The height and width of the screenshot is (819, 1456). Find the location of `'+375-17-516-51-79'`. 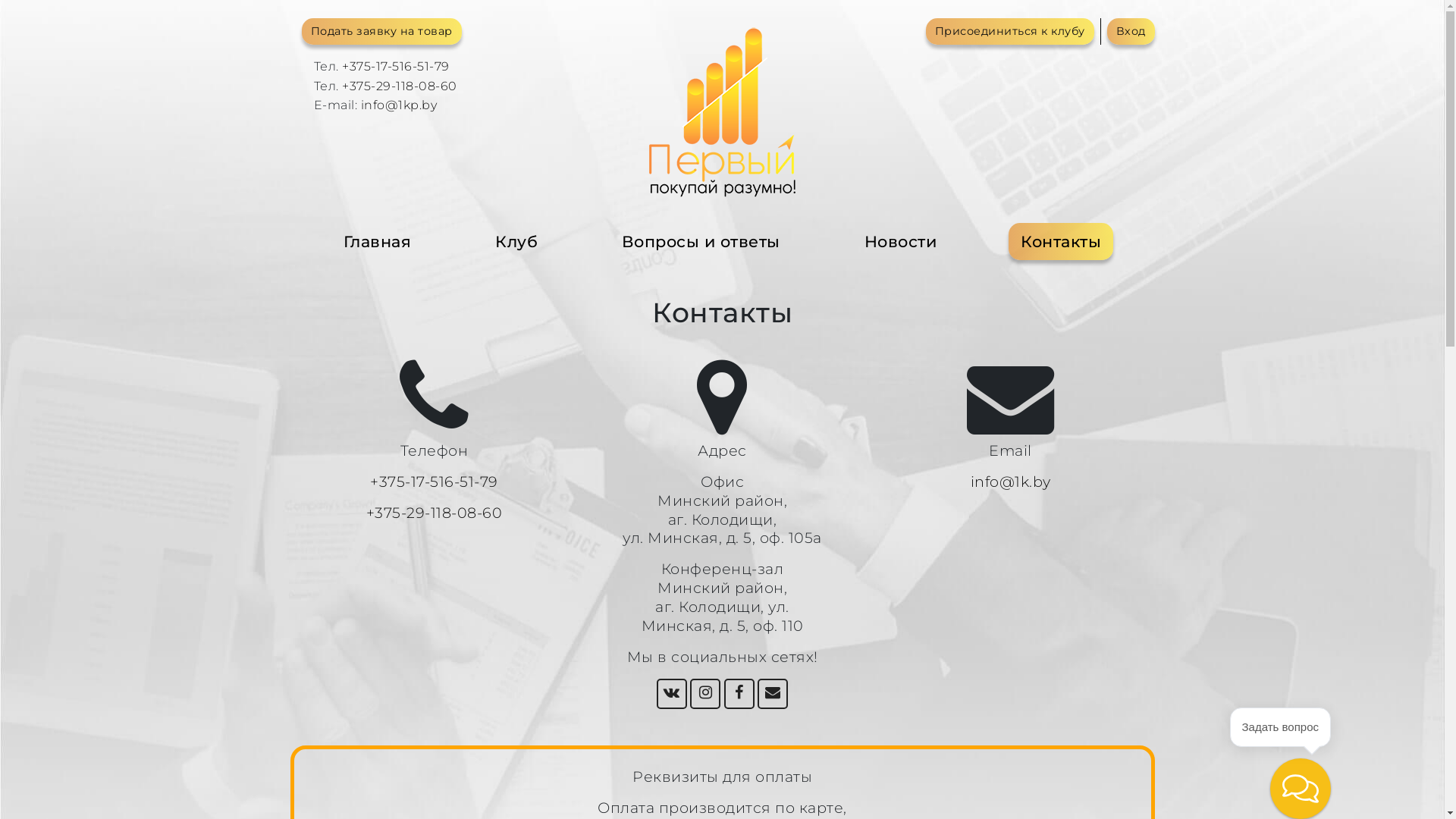

'+375-17-516-51-79' is located at coordinates (433, 482).